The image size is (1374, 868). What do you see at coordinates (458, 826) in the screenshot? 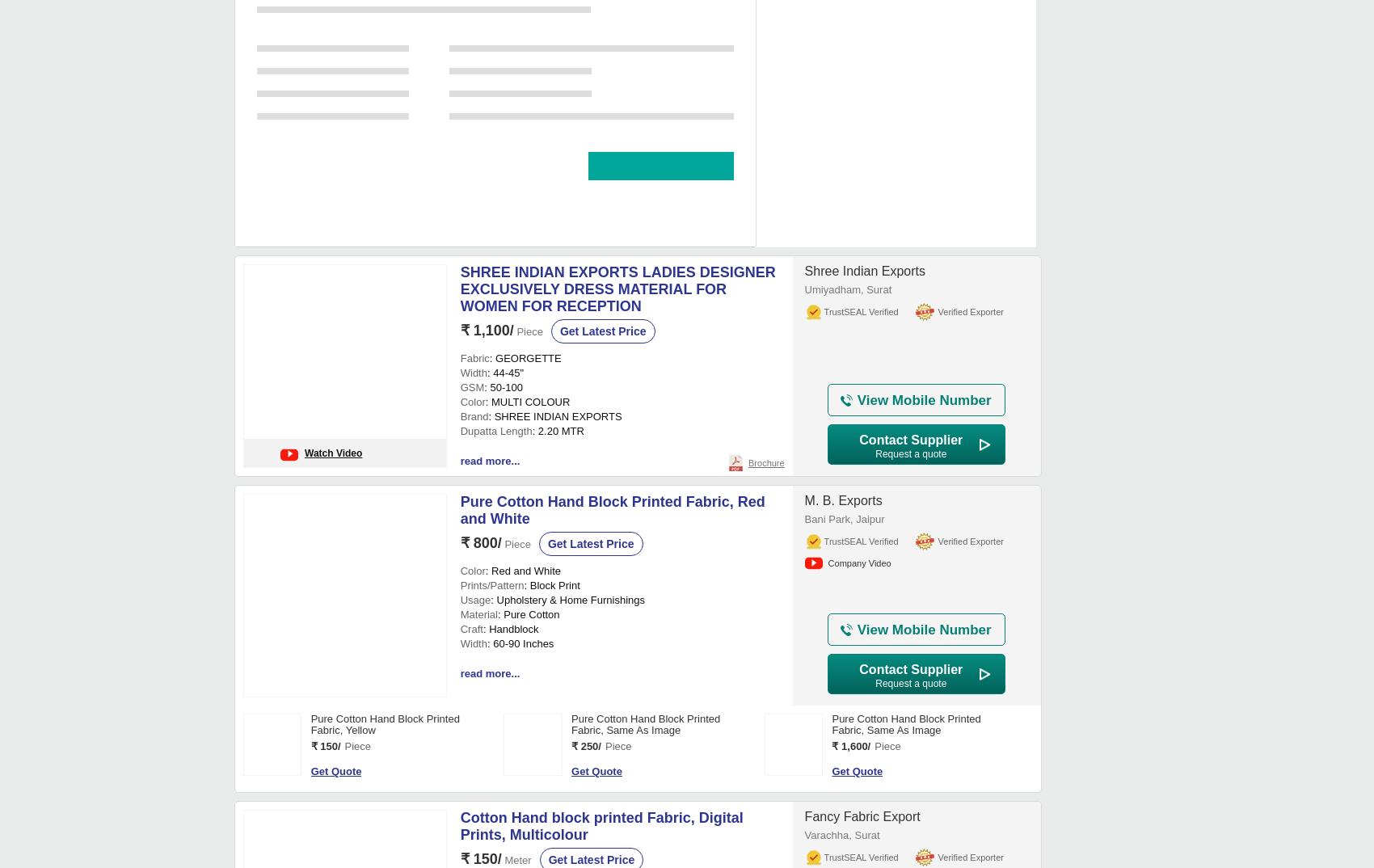
I see `'₹ 1,100/'` at bounding box center [458, 826].